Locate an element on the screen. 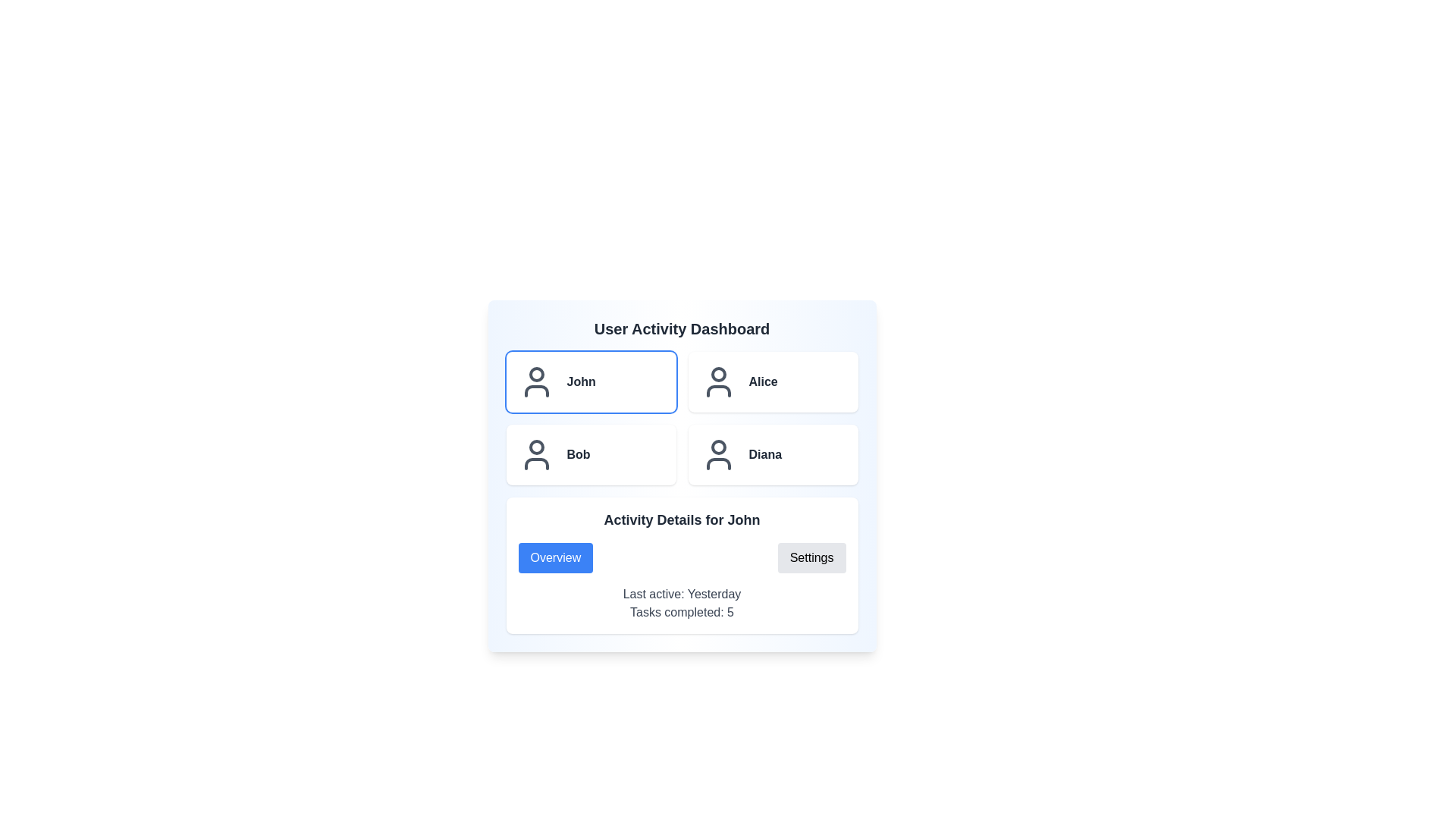 The width and height of the screenshot is (1456, 819). text displayed in the 'Alice' label, which is bold and dark gray, located in the second square card of the first row in the user card grid is located at coordinates (763, 381).